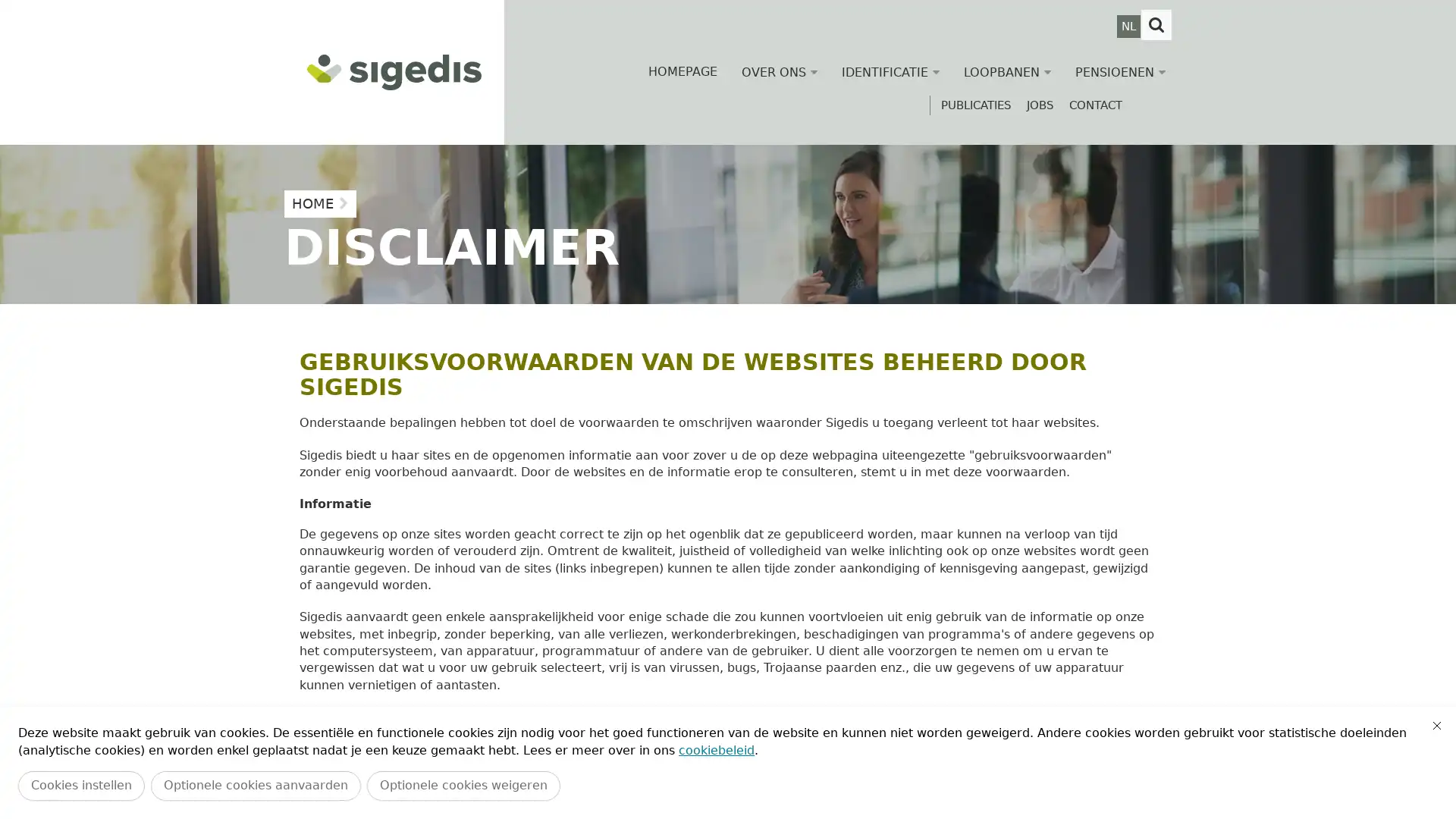 This screenshot has height=819, width=1456. I want to click on IDENTIFICATIE, so click(890, 72).